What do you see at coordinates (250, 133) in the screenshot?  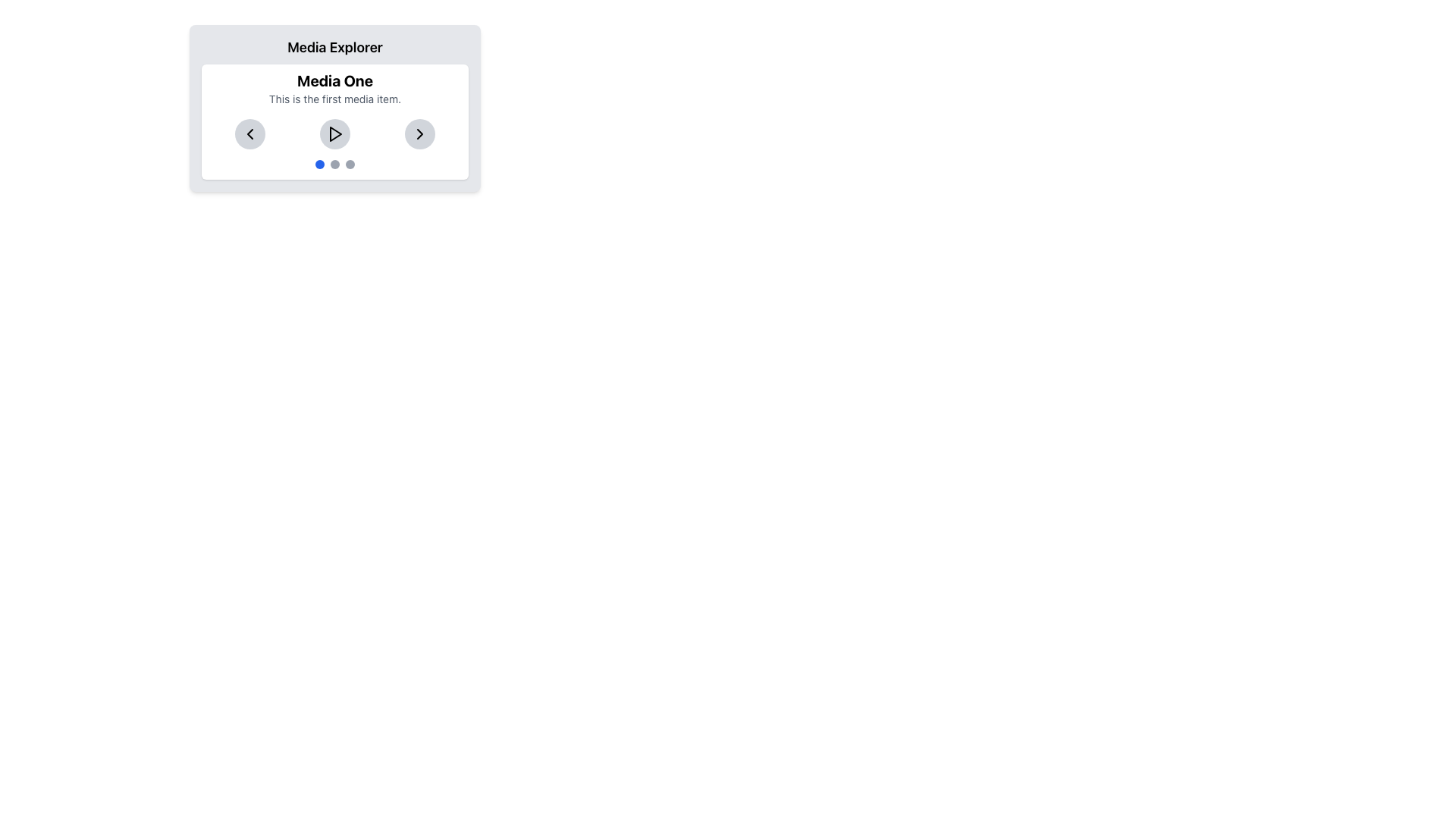 I see `the left circular button icon located at the lower half of the interface` at bounding box center [250, 133].